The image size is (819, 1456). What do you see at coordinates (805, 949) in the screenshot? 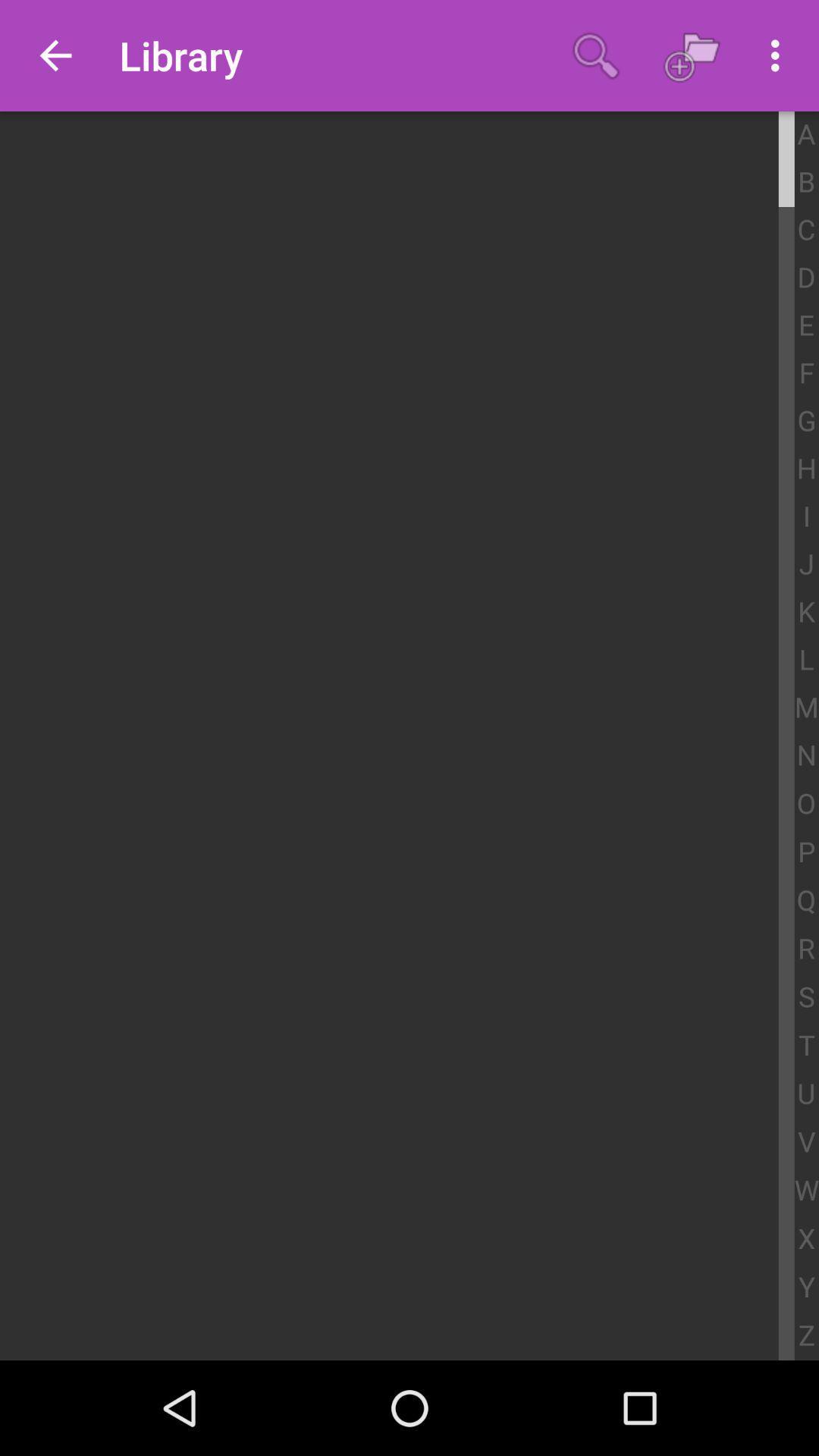
I see `r icon` at bounding box center [805, 949].